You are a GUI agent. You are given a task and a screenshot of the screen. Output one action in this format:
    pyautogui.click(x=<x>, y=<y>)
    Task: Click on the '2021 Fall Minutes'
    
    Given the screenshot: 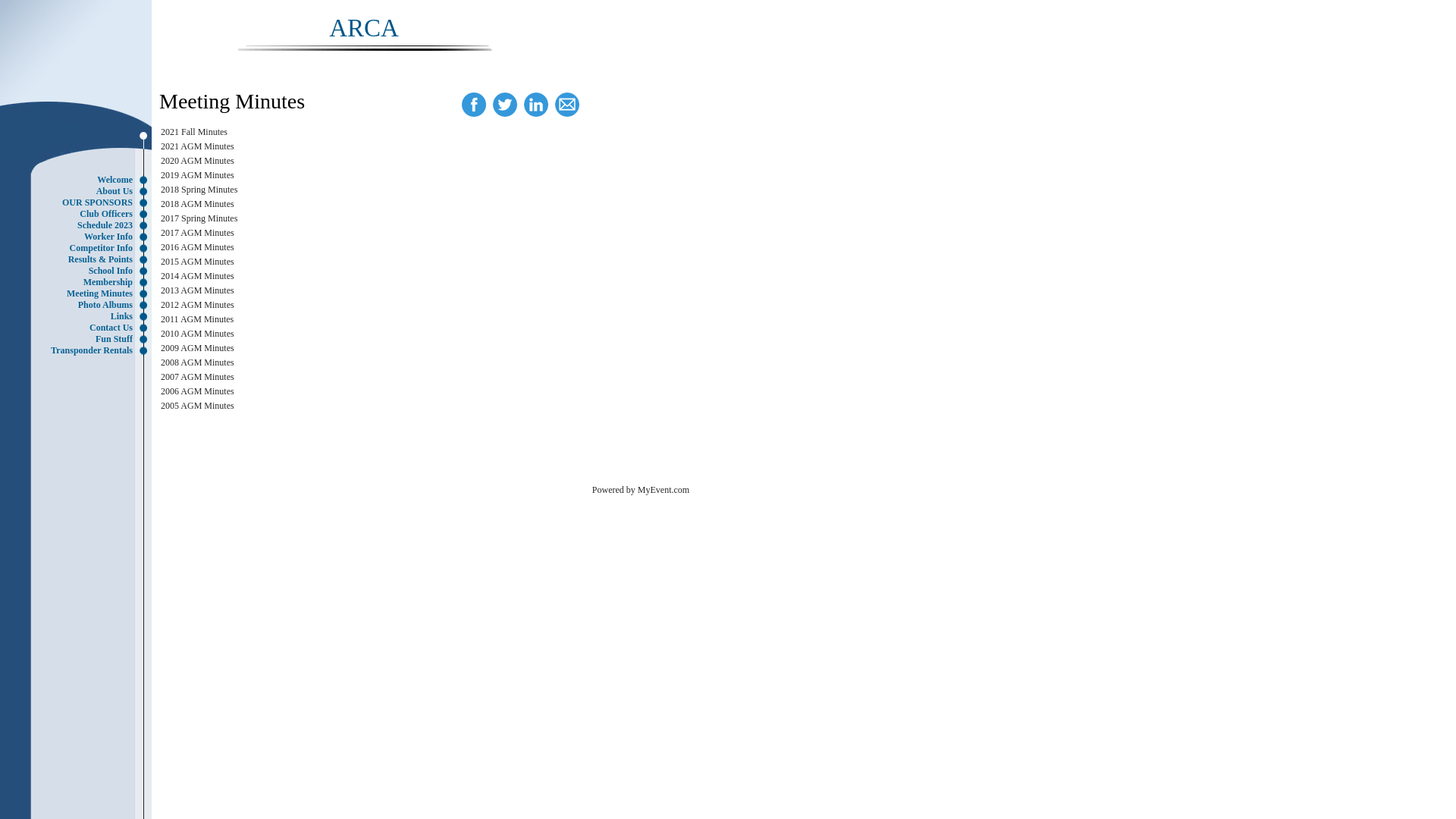 What is the action you would take?
    pyautogui.click(x=193, y=130)
    